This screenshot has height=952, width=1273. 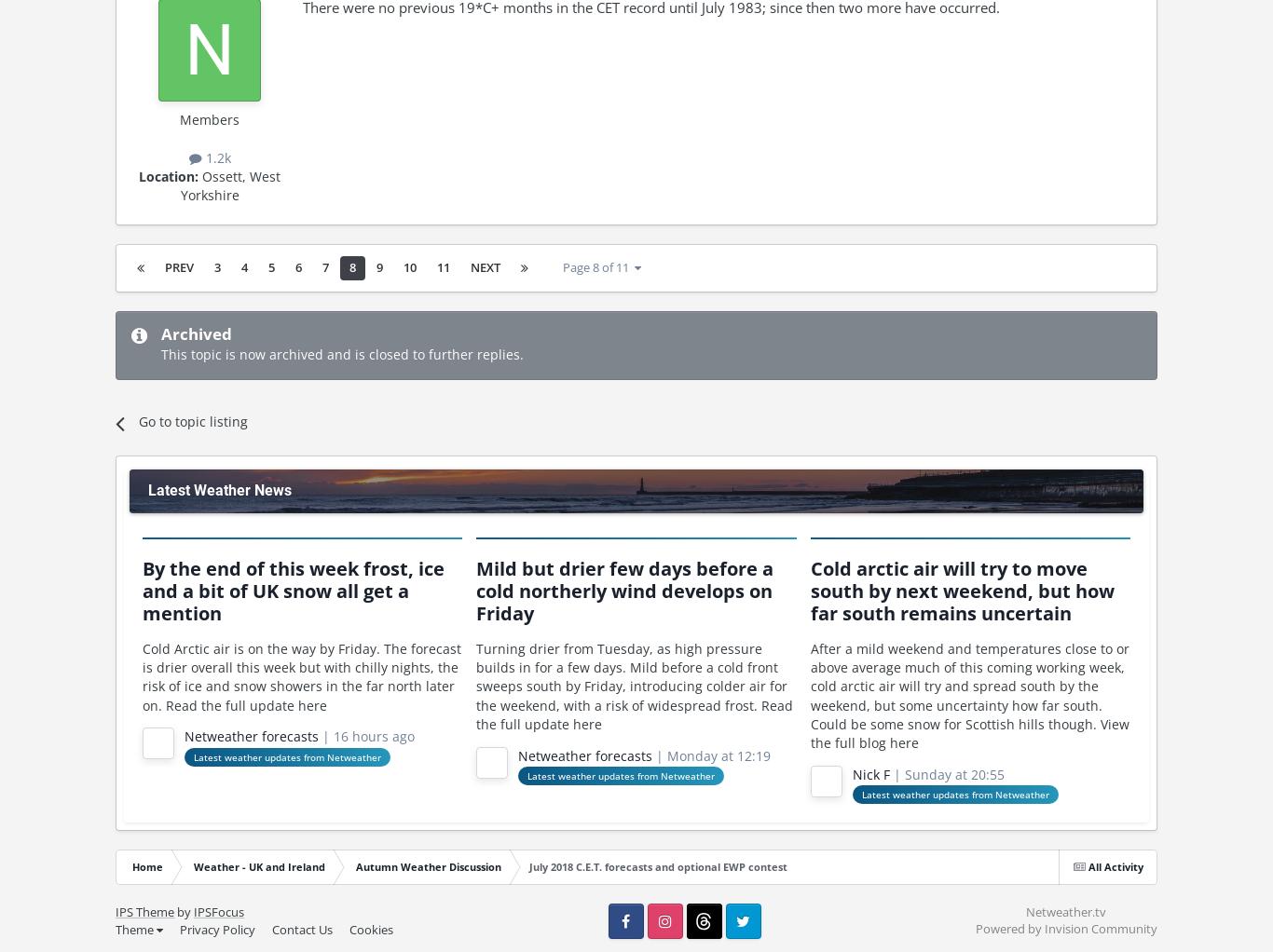 What do you see at coordinates (485, 266) in the screenshot?
I see `'Next'` at bounding box center [485, 266].